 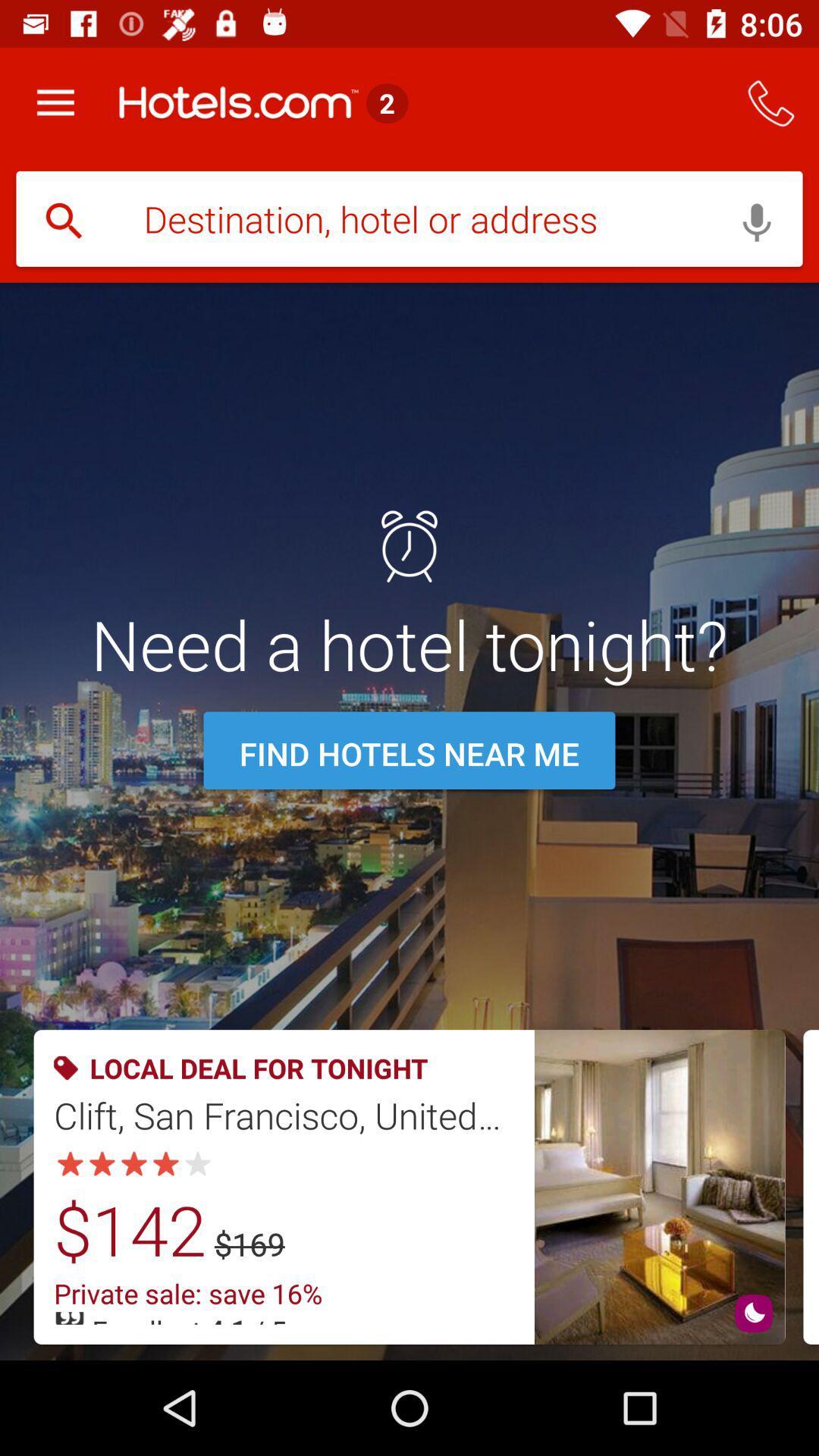 I want to click on destination hotel or item, so click(x=409, y=220).